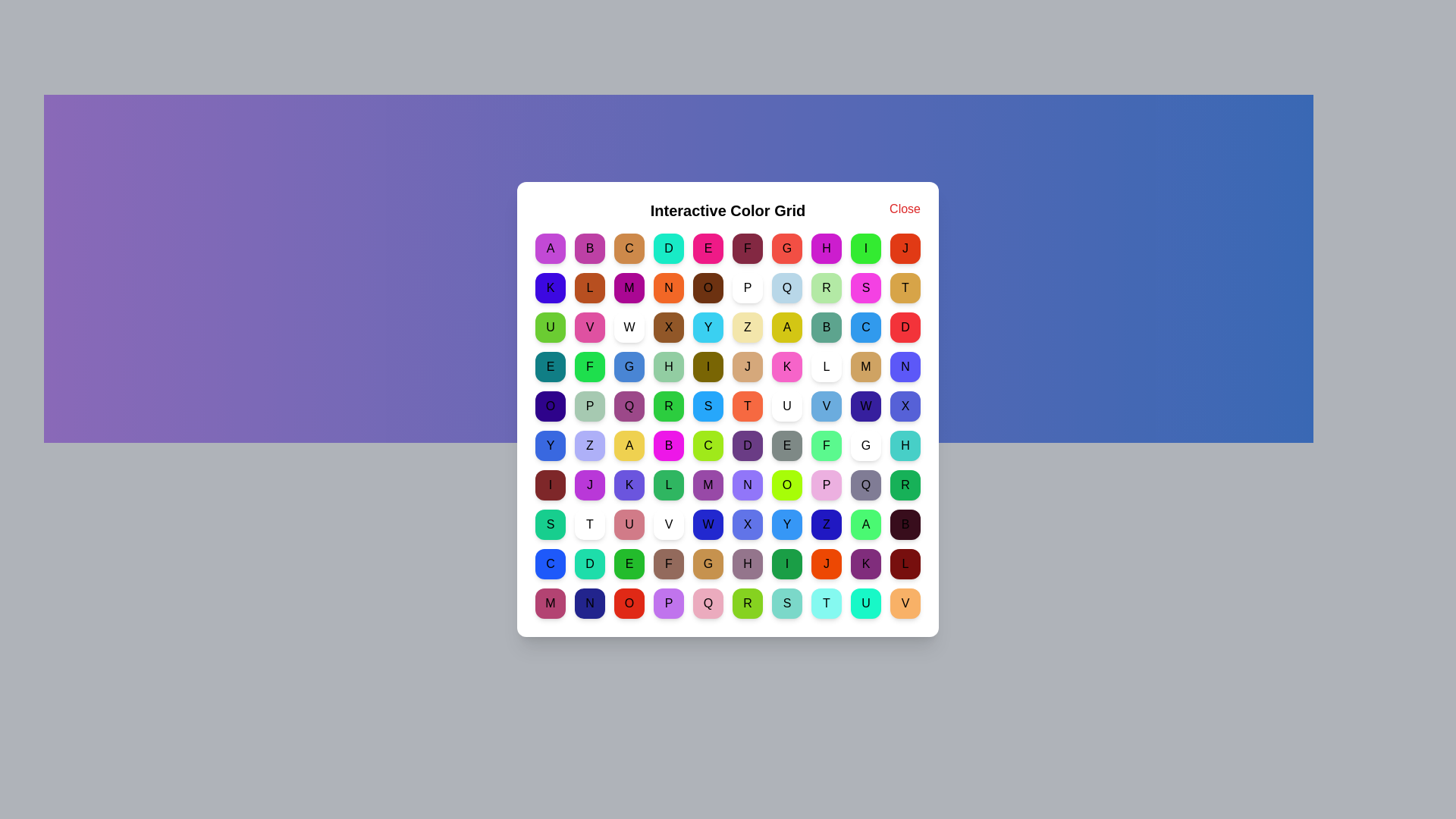 The width and height of the screenshot is (1456, 819). What do you see at coordinates (549, 327) in the screenshot?
I see `the grid cell labeled U to view its color message` at bounding box center [549, 327].